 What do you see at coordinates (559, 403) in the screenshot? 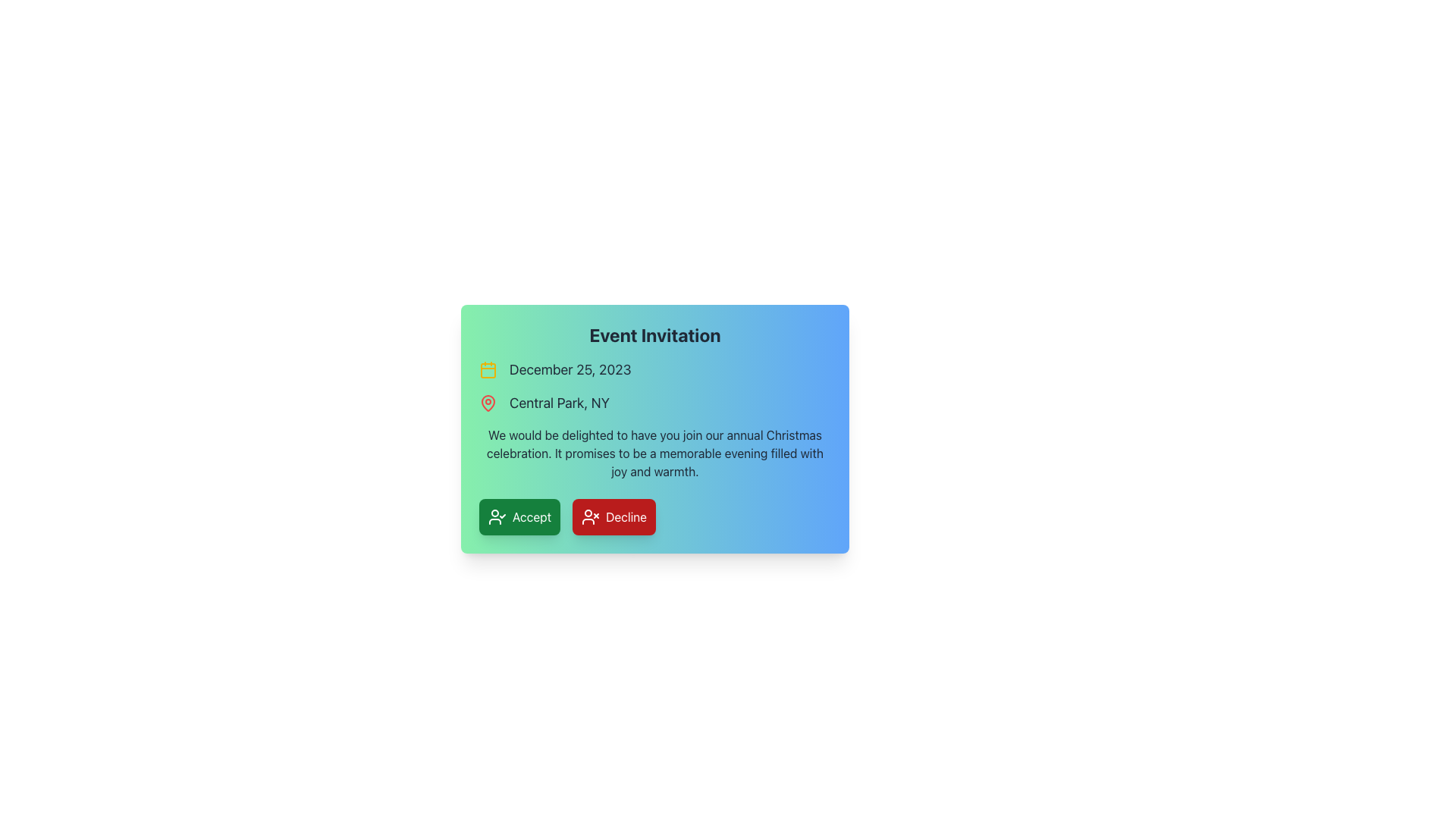
I see `the text label displaying 'Central Park, NY' which is centrally positioned beneath the event date and next to the location pin icon` at bounding box center [559, 403].